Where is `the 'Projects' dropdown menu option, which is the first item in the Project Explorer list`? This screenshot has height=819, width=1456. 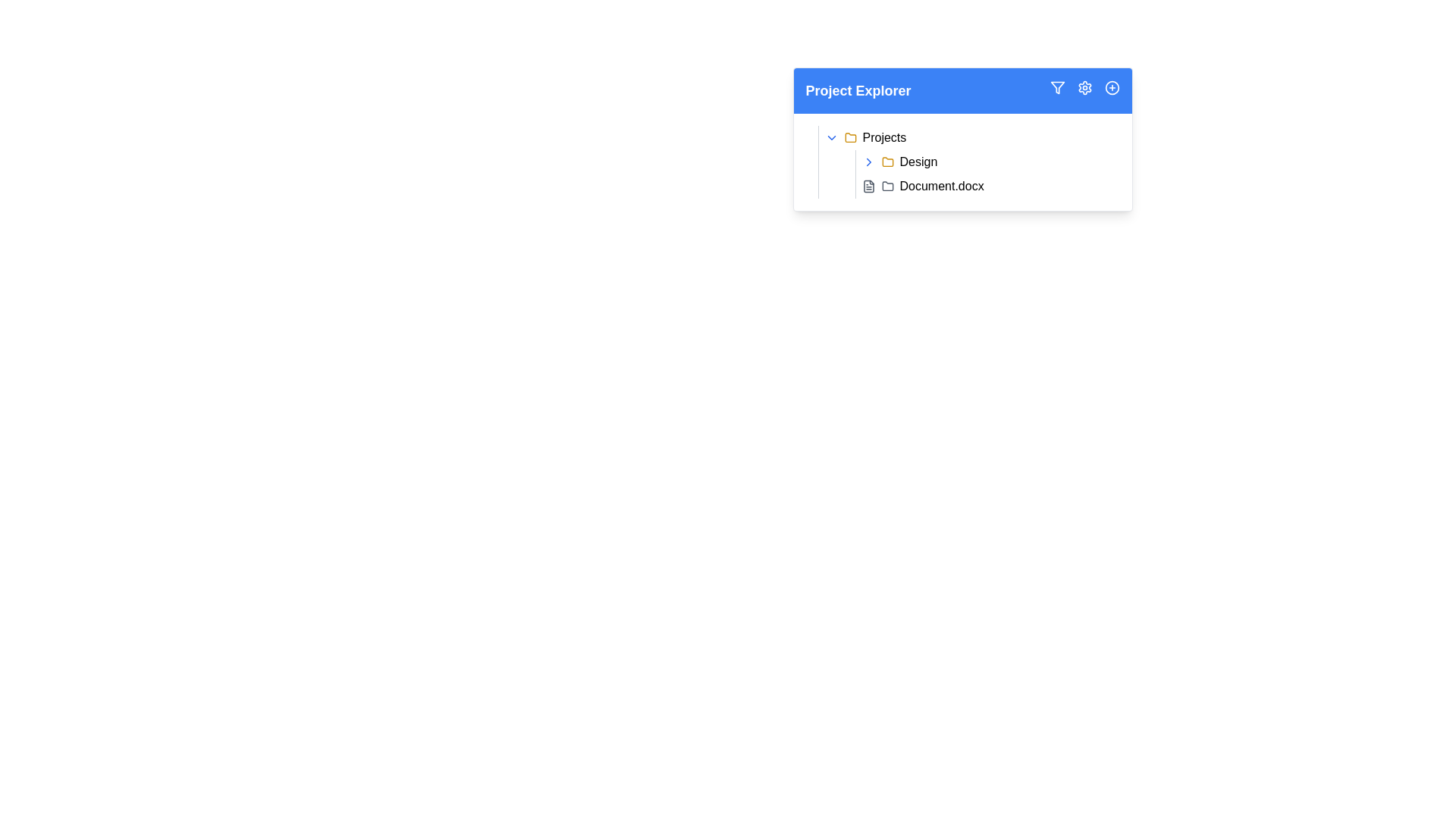 the 'Projects' dropdown menu option, which is the first item in the Project Explorer list is located at coordinates (968, 137).